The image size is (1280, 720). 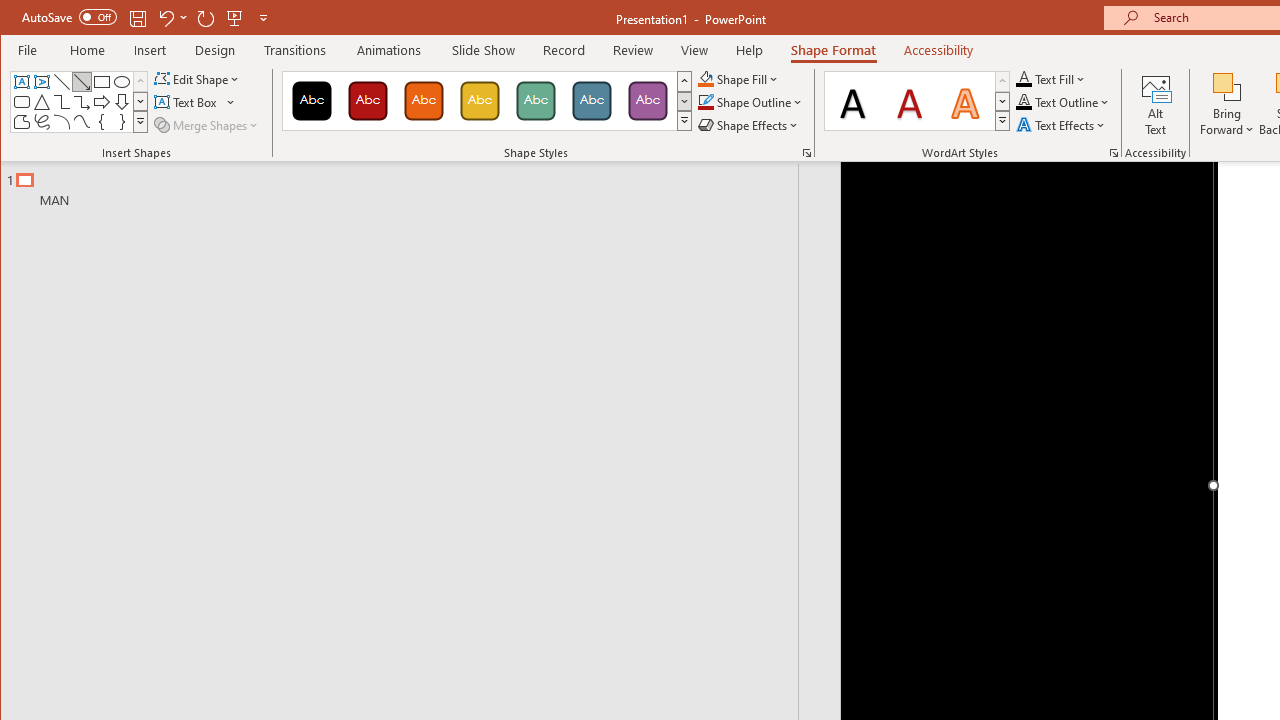 I want to click on 'Arrow: Down', so click(x=121, y=102).